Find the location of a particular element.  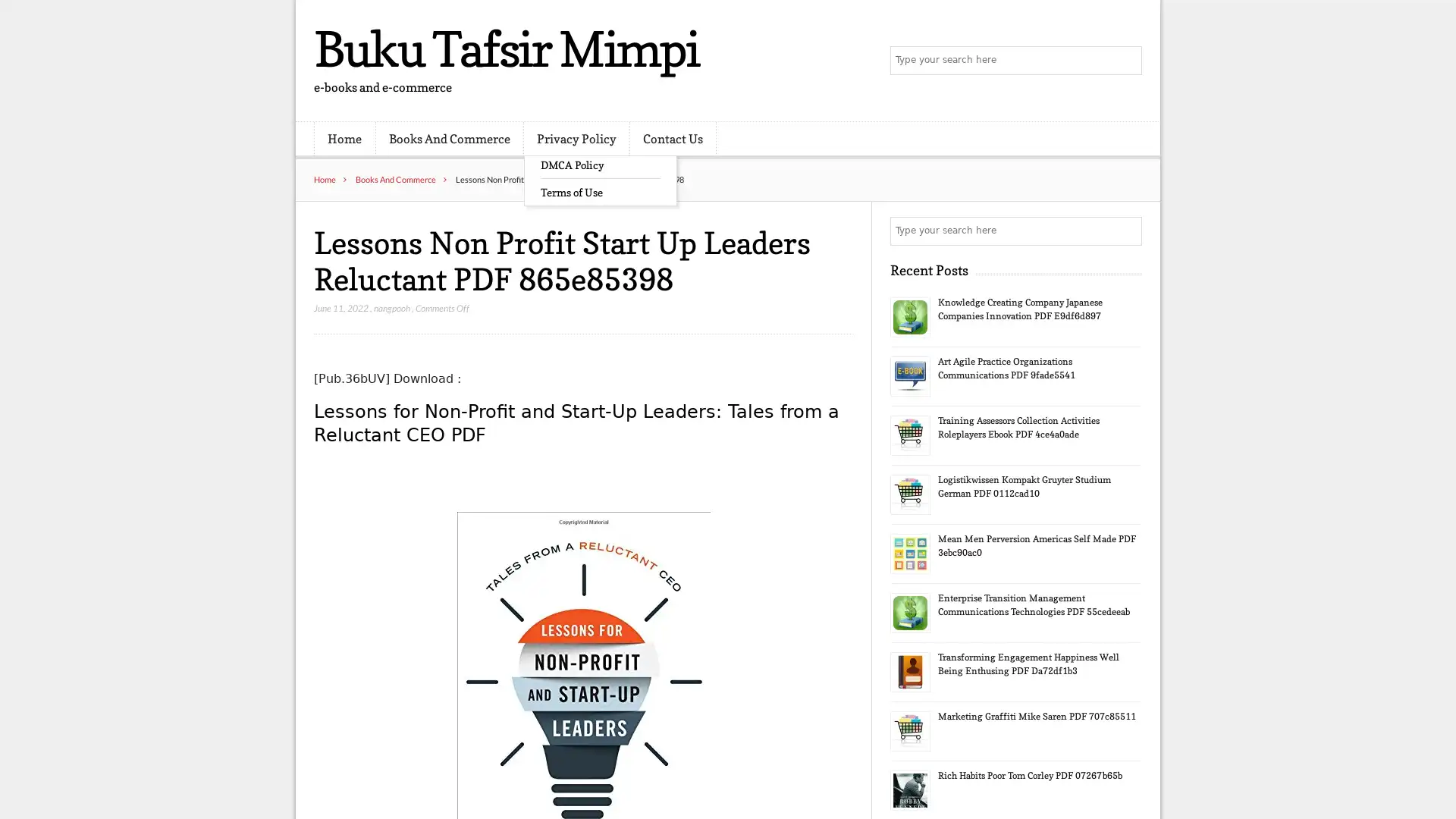

Search is located at coordinates (1126, 231).